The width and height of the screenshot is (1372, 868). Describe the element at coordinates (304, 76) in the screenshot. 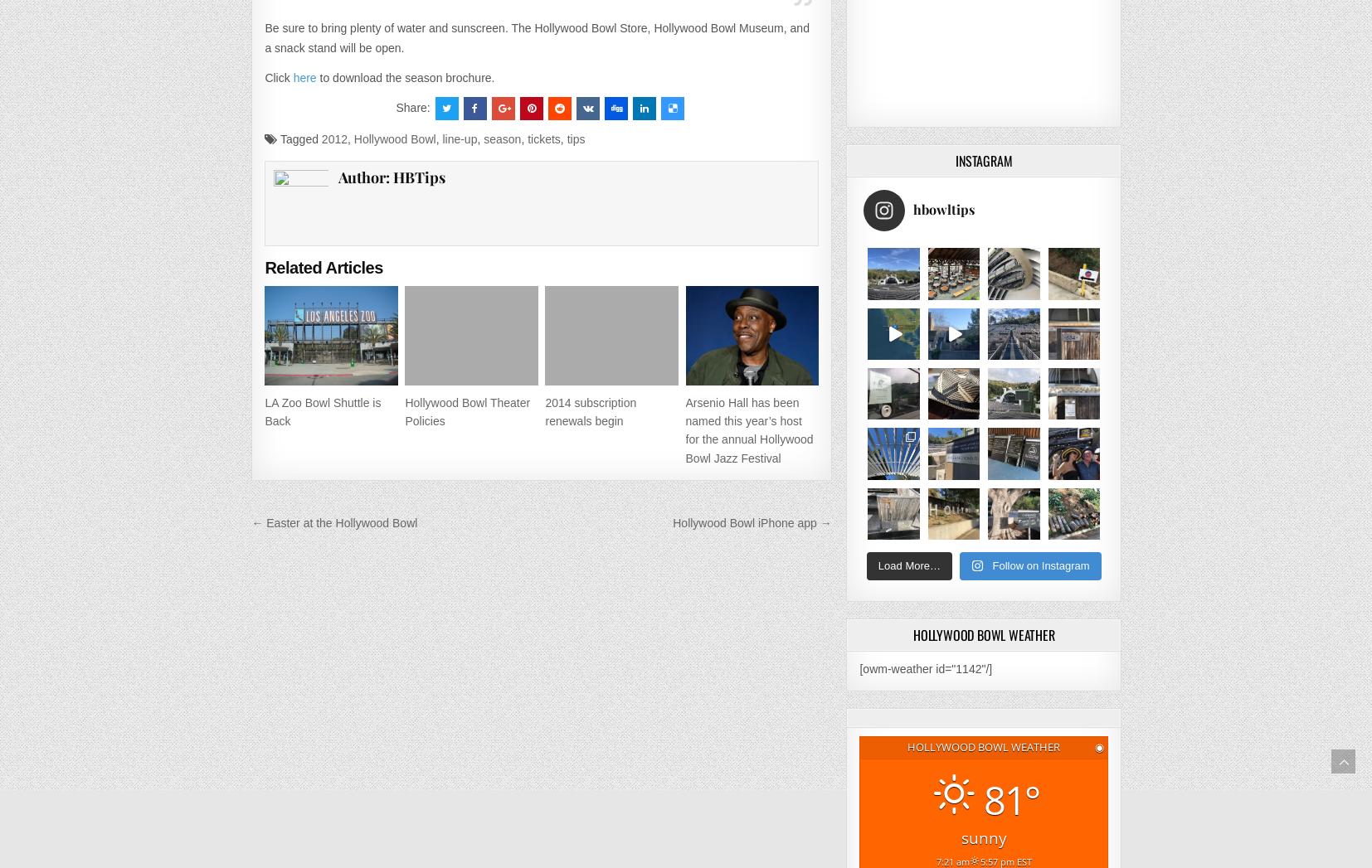

I see `'here'` at that location.